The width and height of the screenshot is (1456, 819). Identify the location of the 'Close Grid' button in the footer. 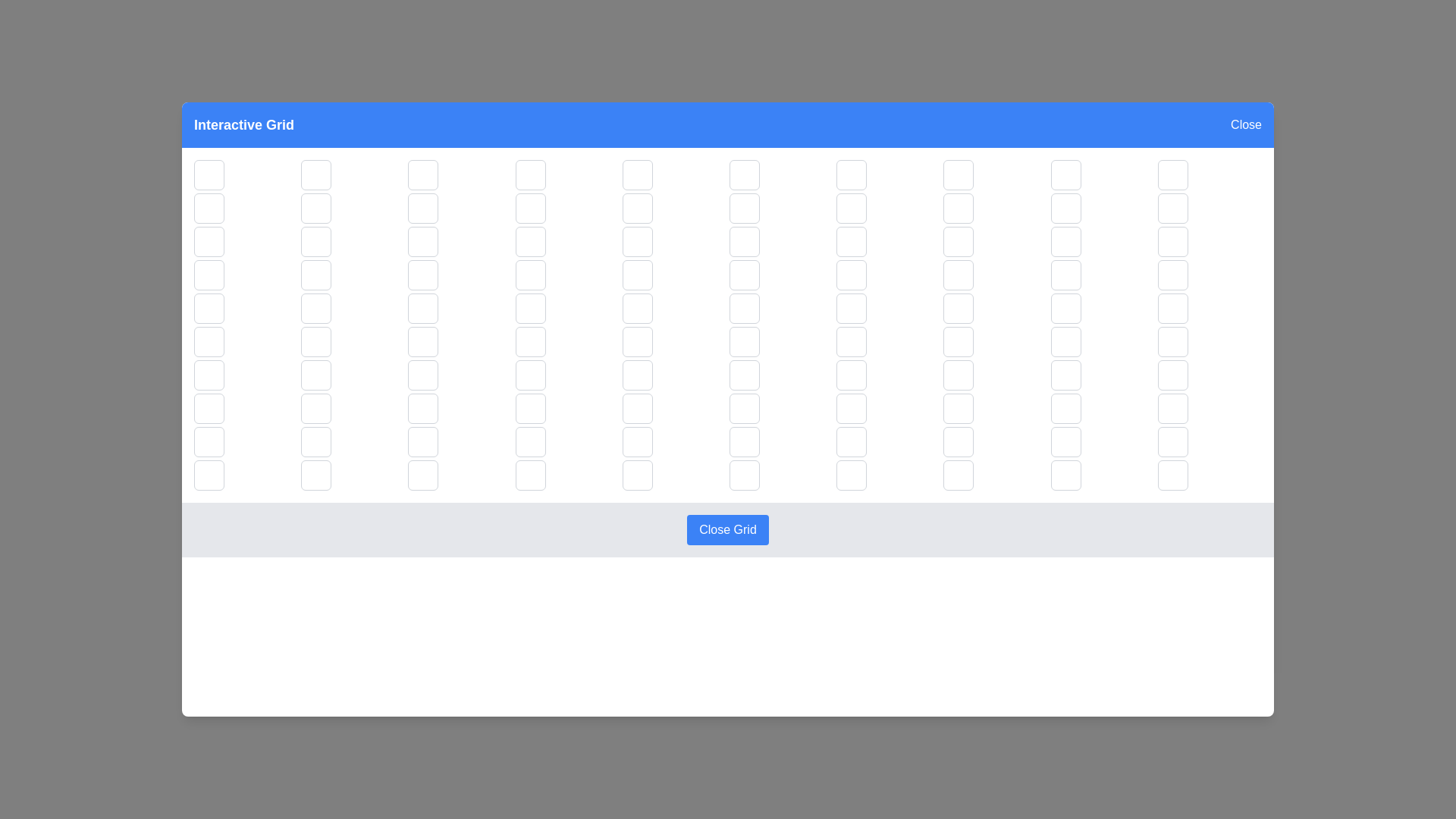
(728, 529).